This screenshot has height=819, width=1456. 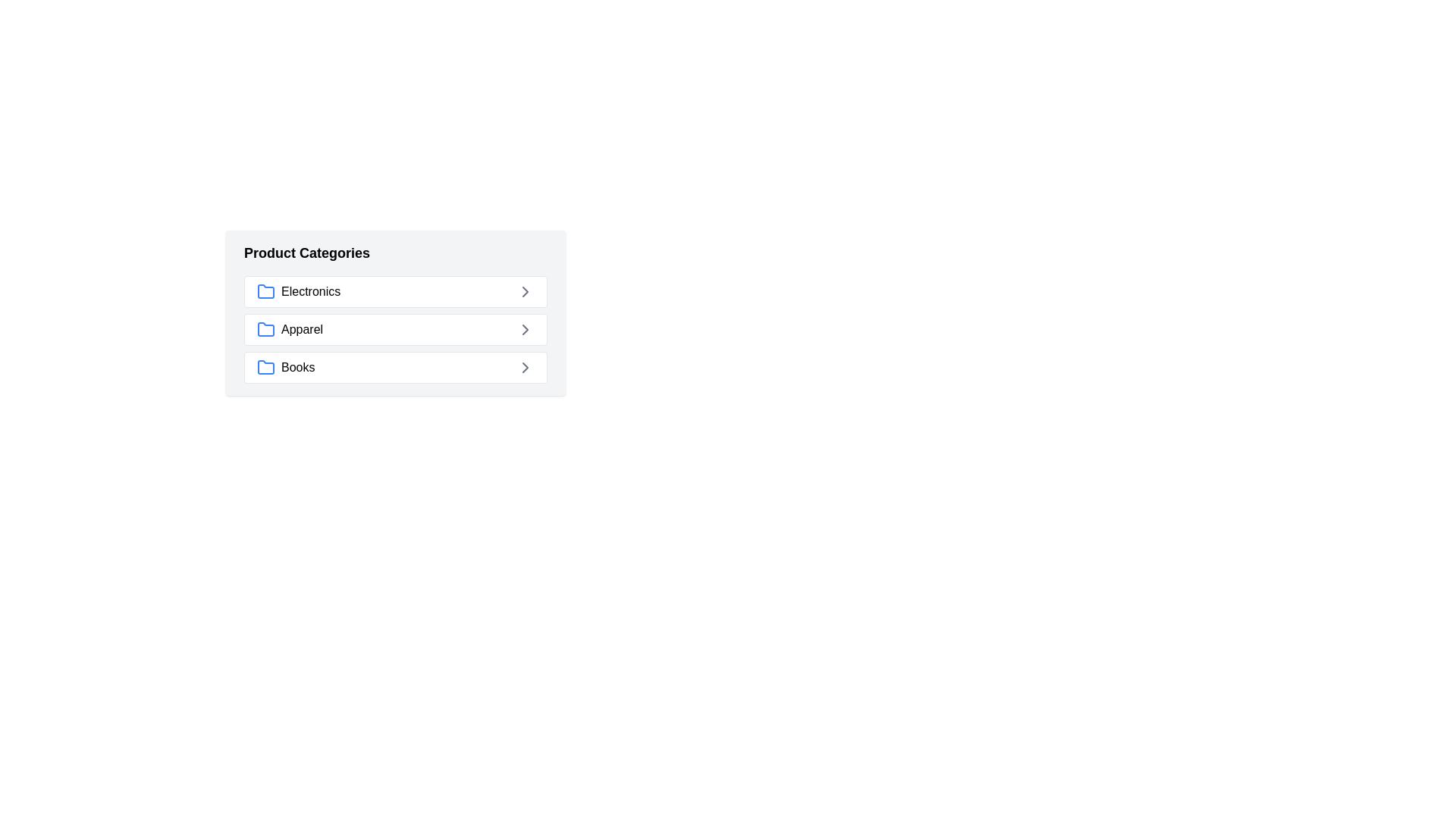 I want to click on the blue folder icon with rounded edges that is positioned next to the 'Books' text in the third position of the 'Product Categories' list, so click(x=265, y=368).